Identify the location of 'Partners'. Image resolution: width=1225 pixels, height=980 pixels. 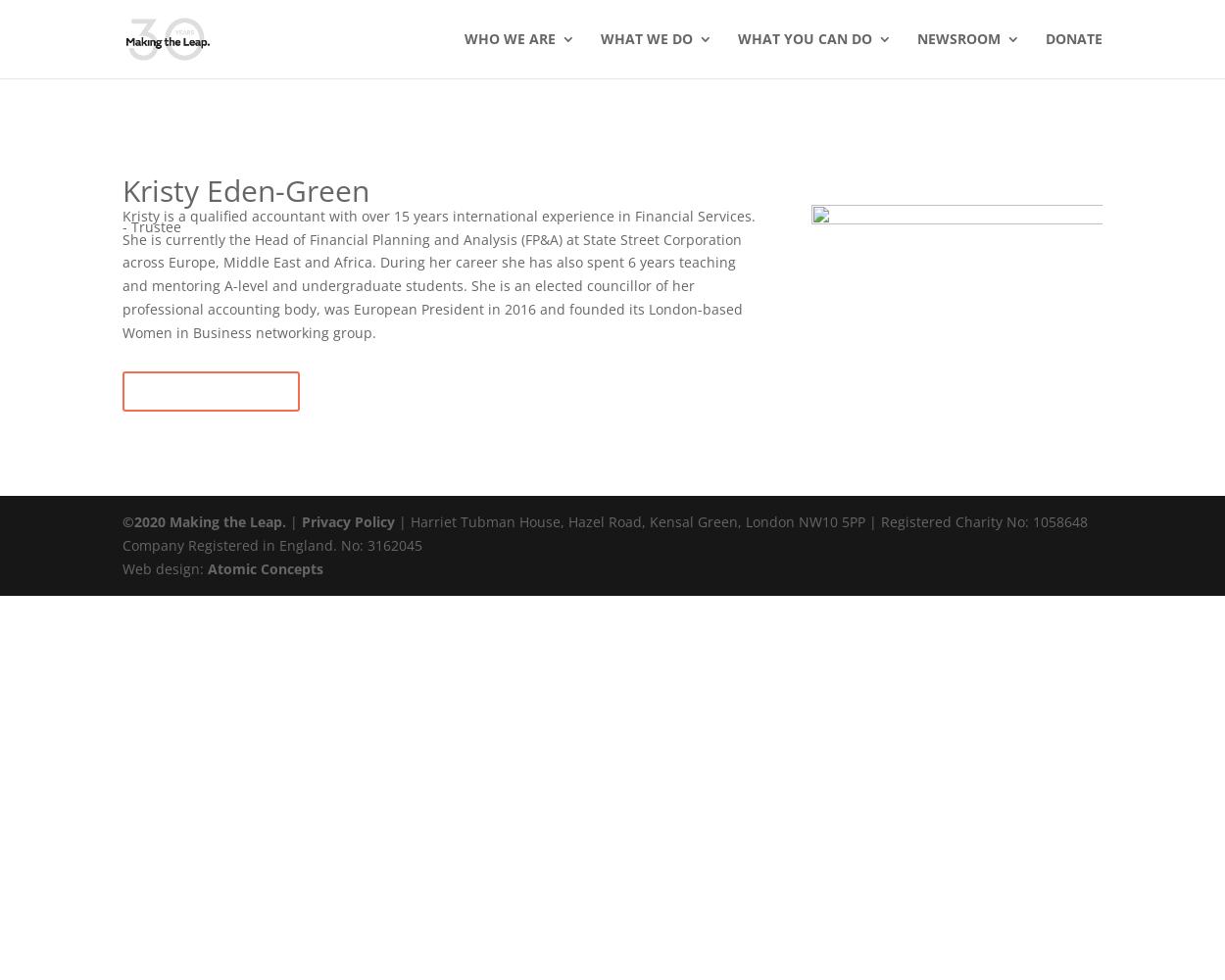
(532, 315).